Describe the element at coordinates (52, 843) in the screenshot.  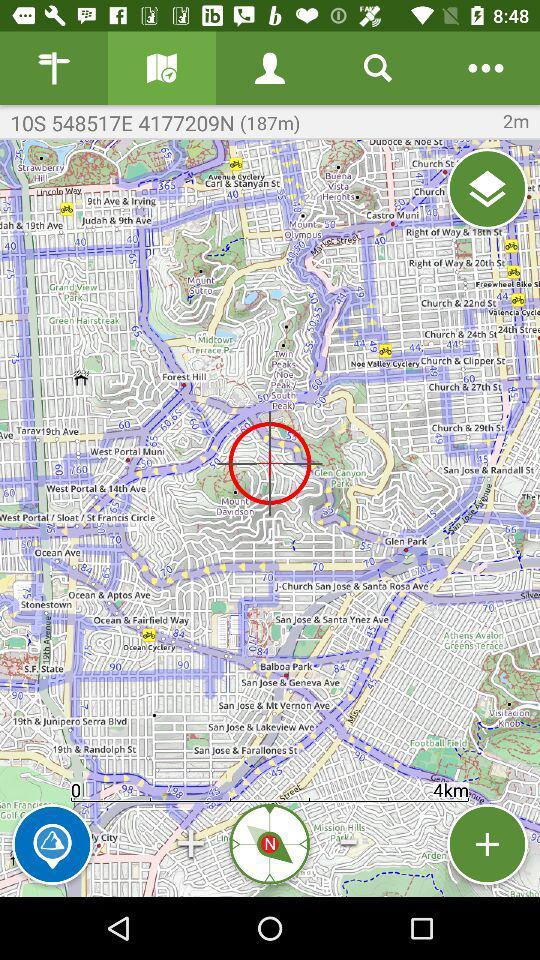
I see `the item at the bottom left corner` at that location.